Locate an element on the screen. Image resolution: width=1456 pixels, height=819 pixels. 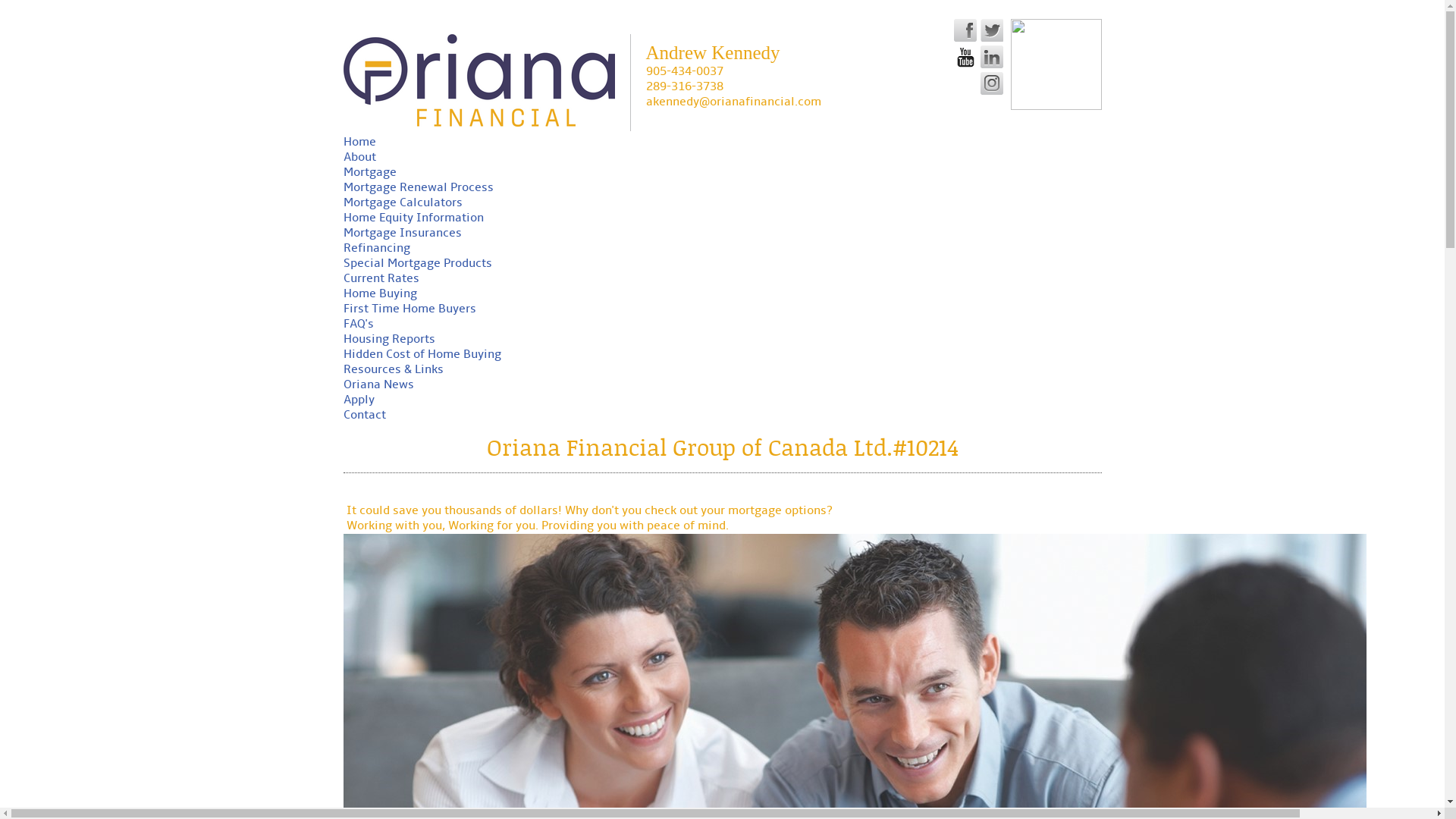
'About' is located at coordinates (358, 158).